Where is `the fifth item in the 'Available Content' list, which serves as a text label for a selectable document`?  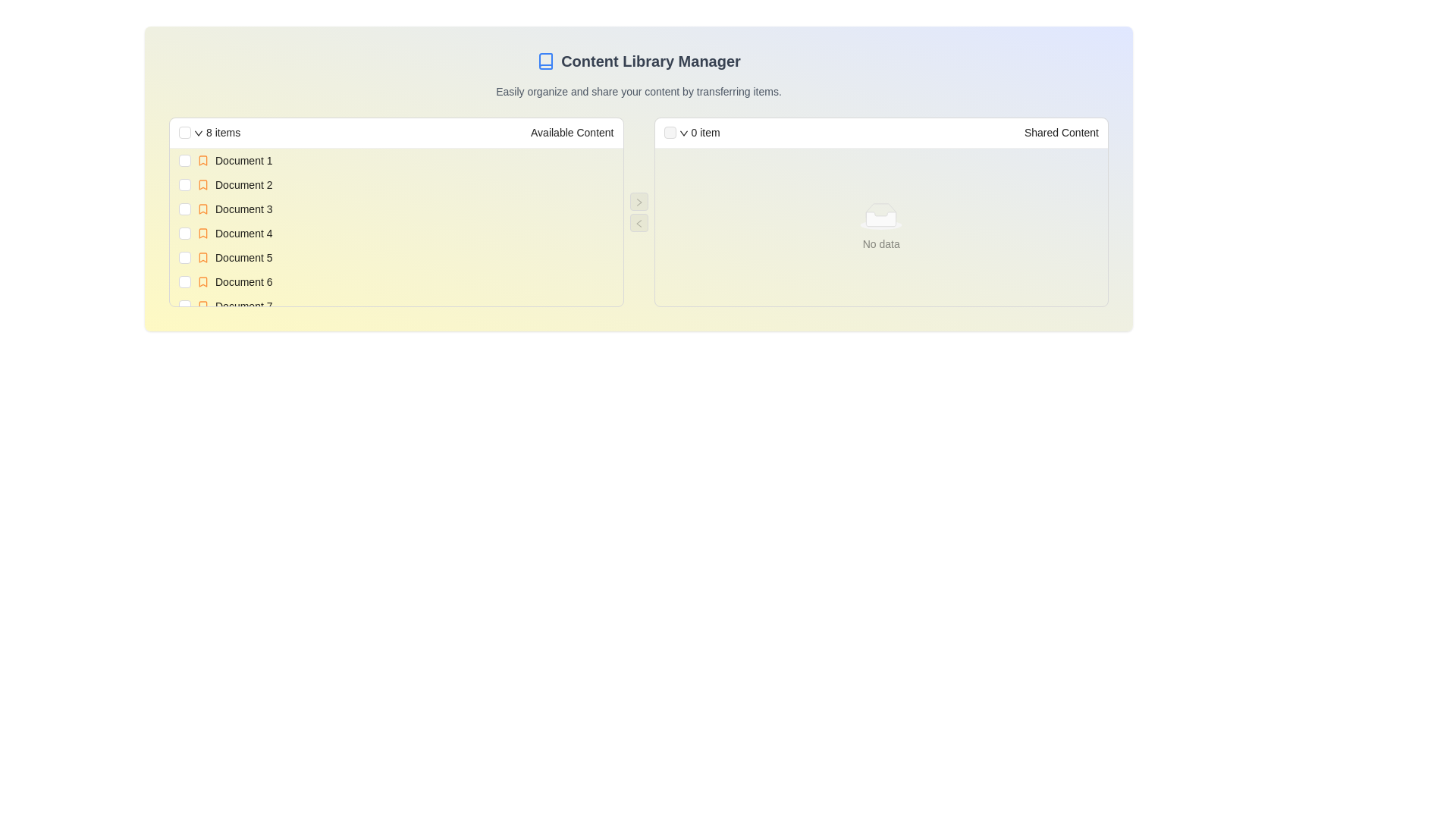 the fifth item in the 'Available Content' list, which serves as a text label for a selectable document is located at coordinates (243, 256).